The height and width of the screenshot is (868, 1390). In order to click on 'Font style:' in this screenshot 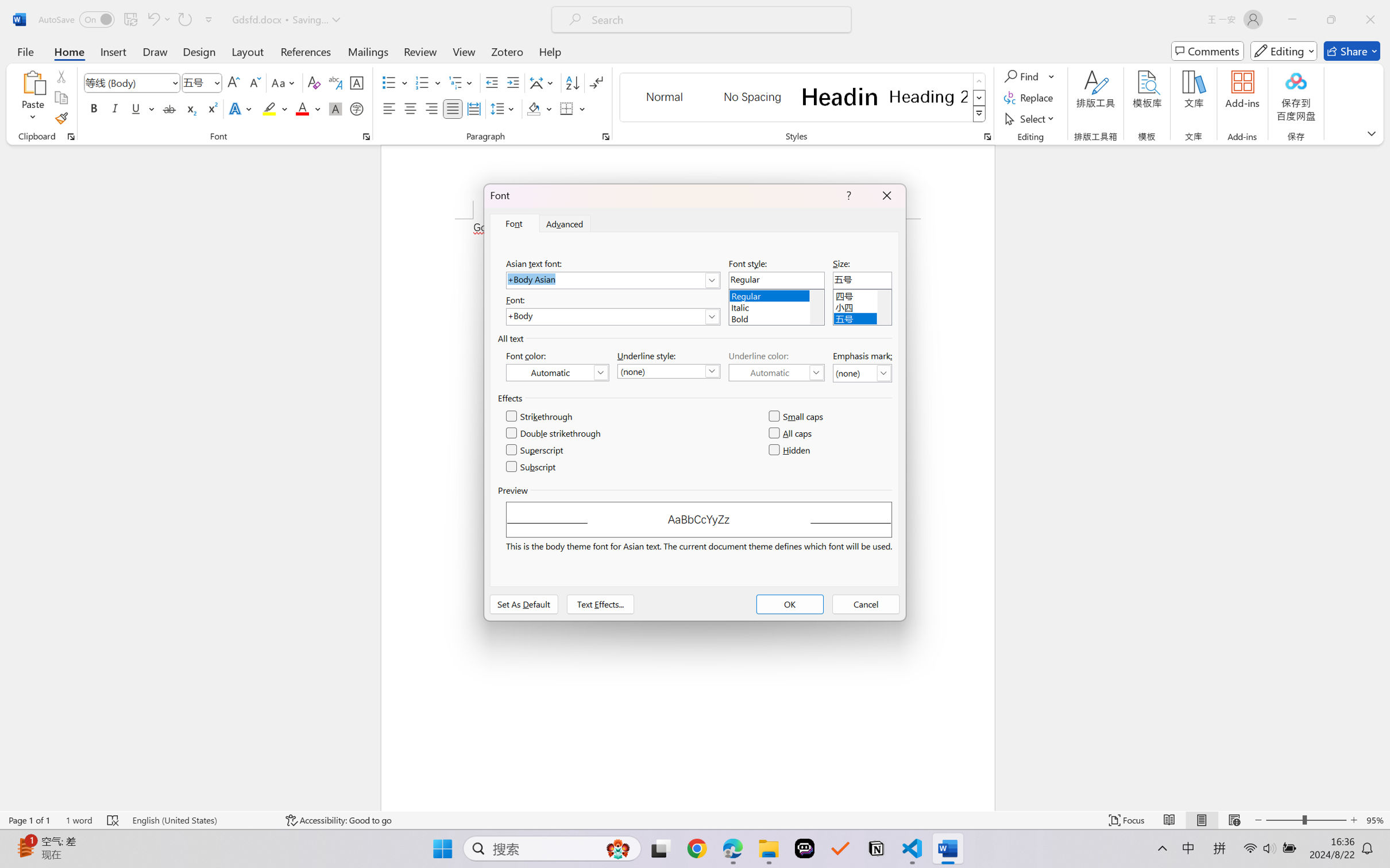, I will do `click(775, 280)`.